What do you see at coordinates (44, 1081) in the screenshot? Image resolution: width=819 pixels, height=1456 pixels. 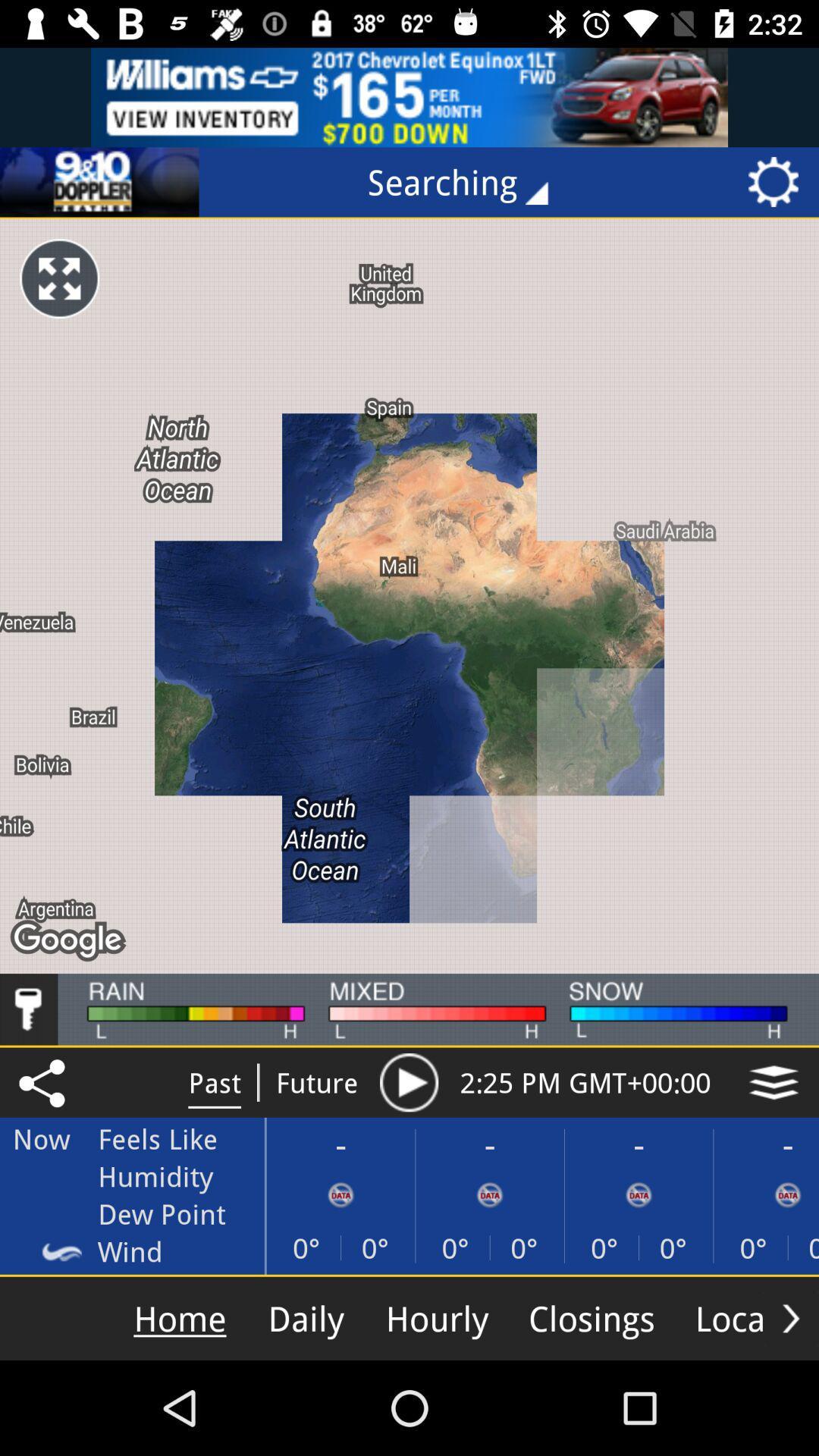 I see `the share icon` at bounding box center [44, 1081].